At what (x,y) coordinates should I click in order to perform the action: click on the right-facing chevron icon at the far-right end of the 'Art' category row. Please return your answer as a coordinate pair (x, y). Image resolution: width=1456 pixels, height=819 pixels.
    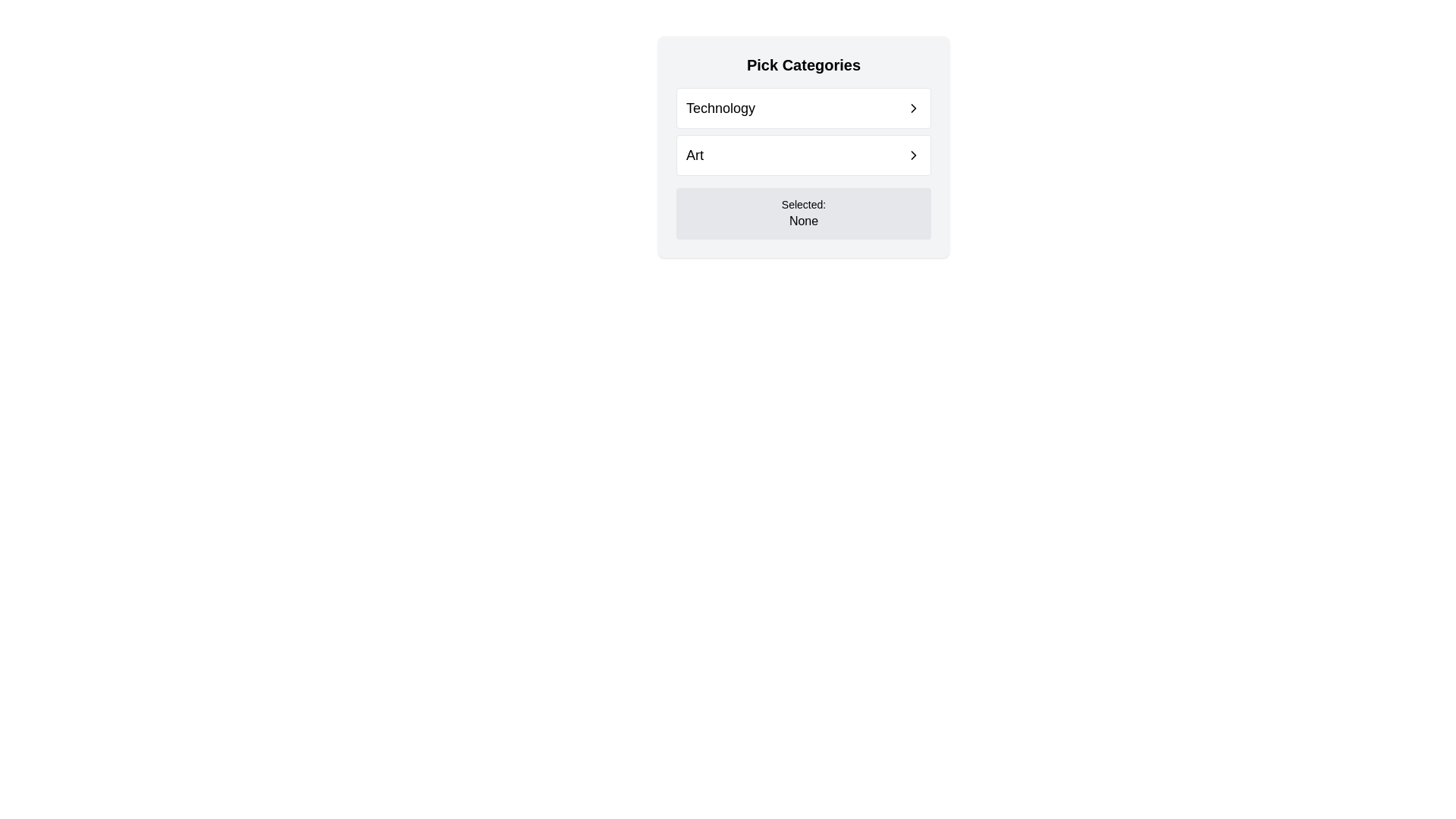
    Looking at the image, I should click on (912, 155).